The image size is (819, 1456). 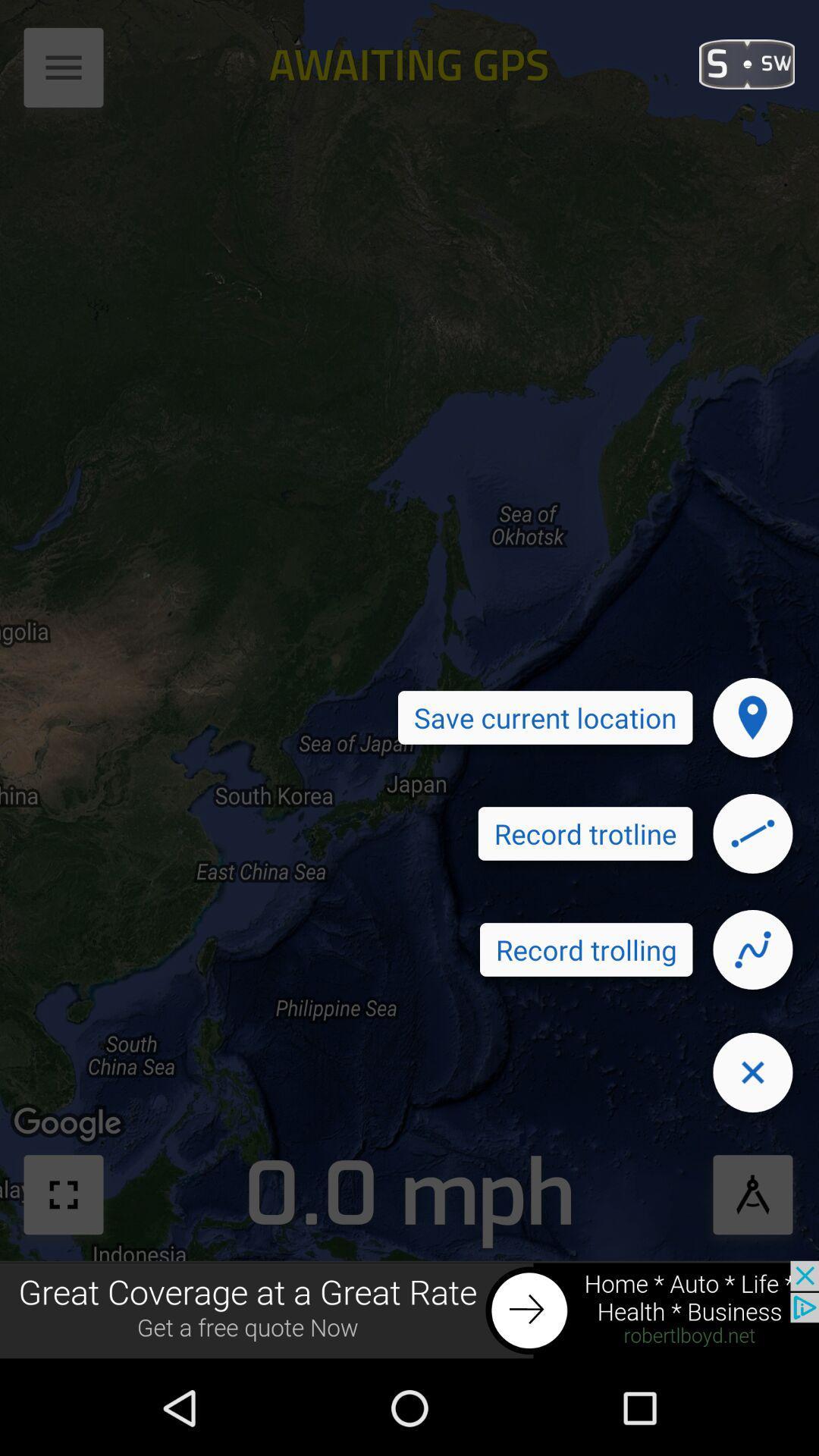 What do you see at coordinates (752, 717) in the screenshot?
I see `for the location` at bounding box center [752, 717].